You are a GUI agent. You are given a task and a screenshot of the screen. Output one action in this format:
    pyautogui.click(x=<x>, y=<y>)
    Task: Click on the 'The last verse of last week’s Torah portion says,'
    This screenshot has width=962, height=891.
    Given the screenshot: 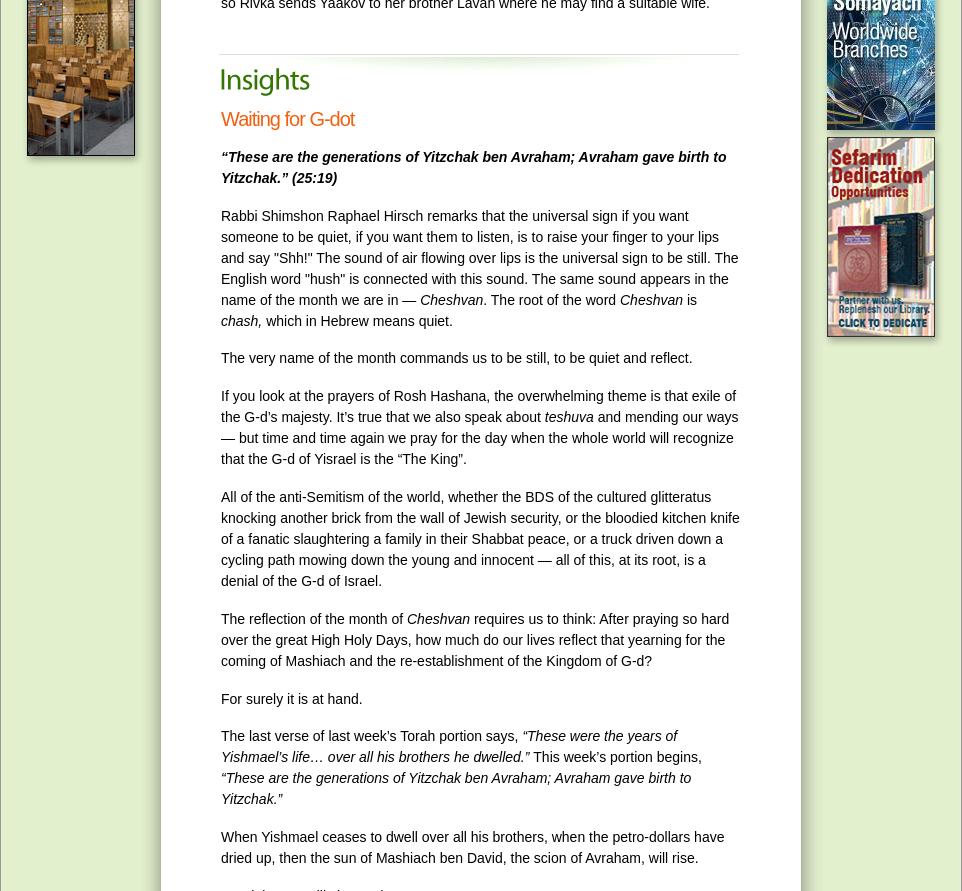 What is the action you would take?
    pyautogui.click(x=371, y=735)
    